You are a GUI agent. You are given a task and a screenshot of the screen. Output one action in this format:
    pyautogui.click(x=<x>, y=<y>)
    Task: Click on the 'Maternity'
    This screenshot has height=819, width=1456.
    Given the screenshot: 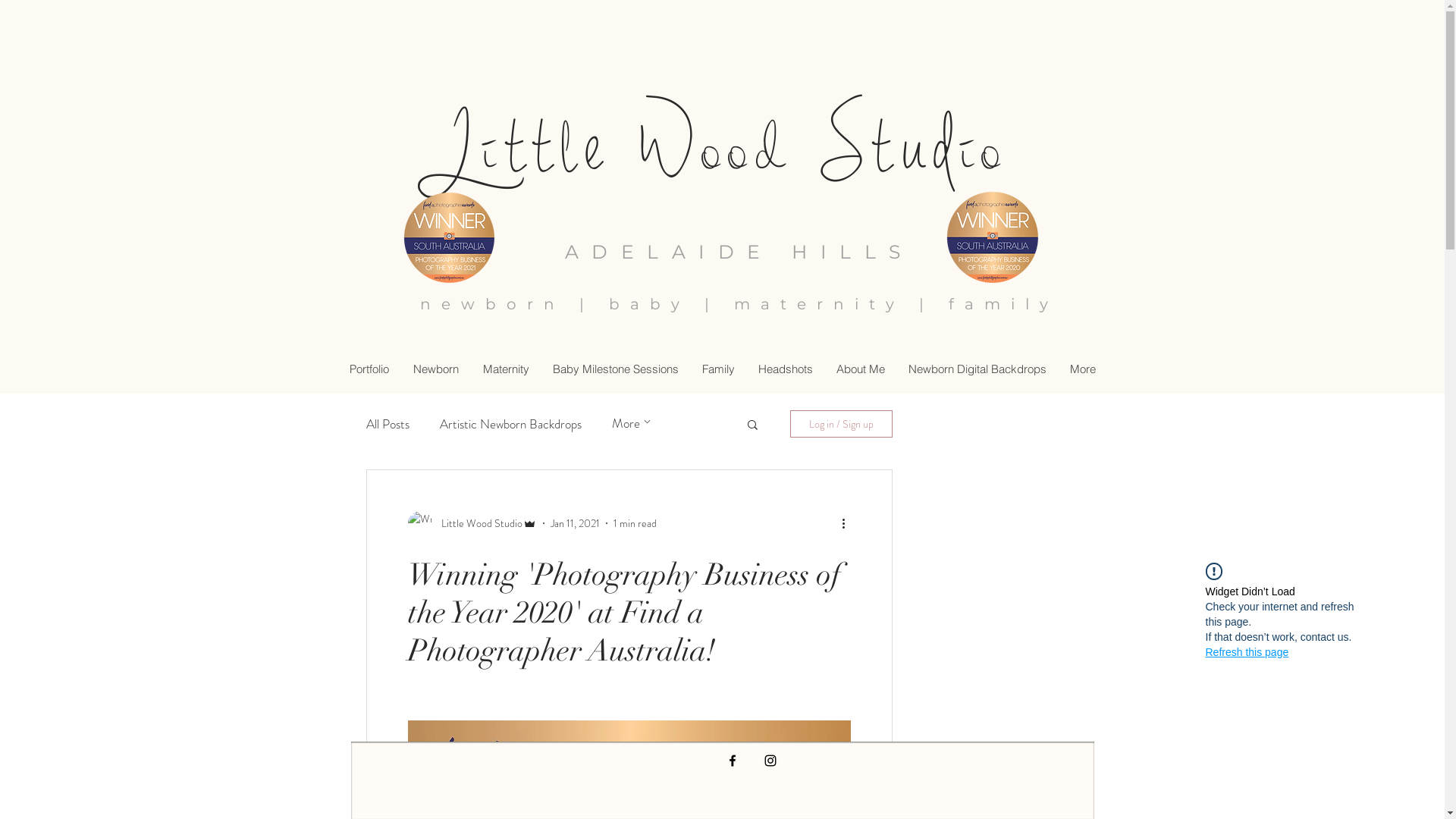 What is the action you would take?
    pyautogui.click(x=505, y=369)
    